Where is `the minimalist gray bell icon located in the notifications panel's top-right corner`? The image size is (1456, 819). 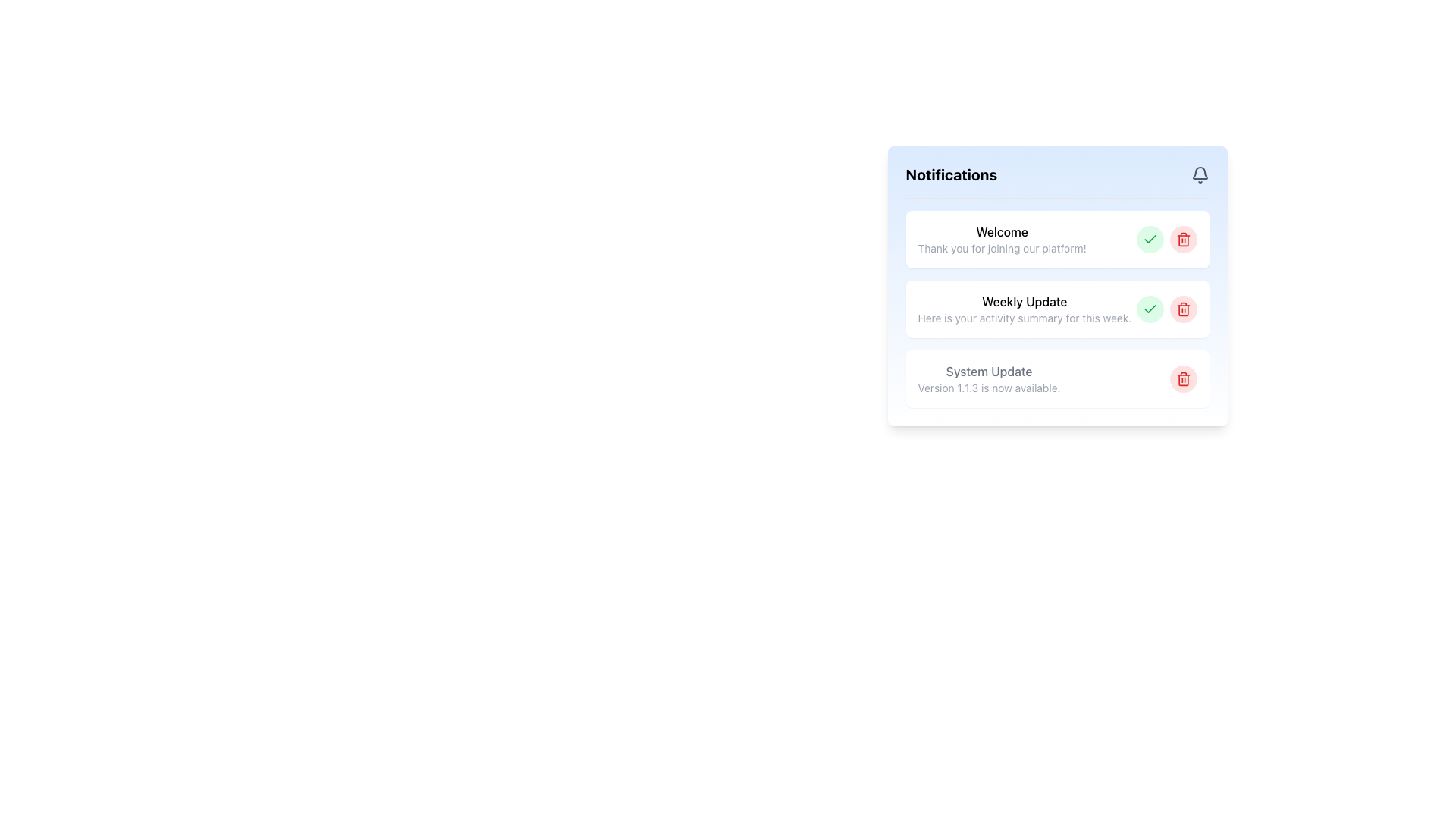 the minimalist gray bell icon located in the notifications panel's top-right corner is located at coordinates (1199, 171).